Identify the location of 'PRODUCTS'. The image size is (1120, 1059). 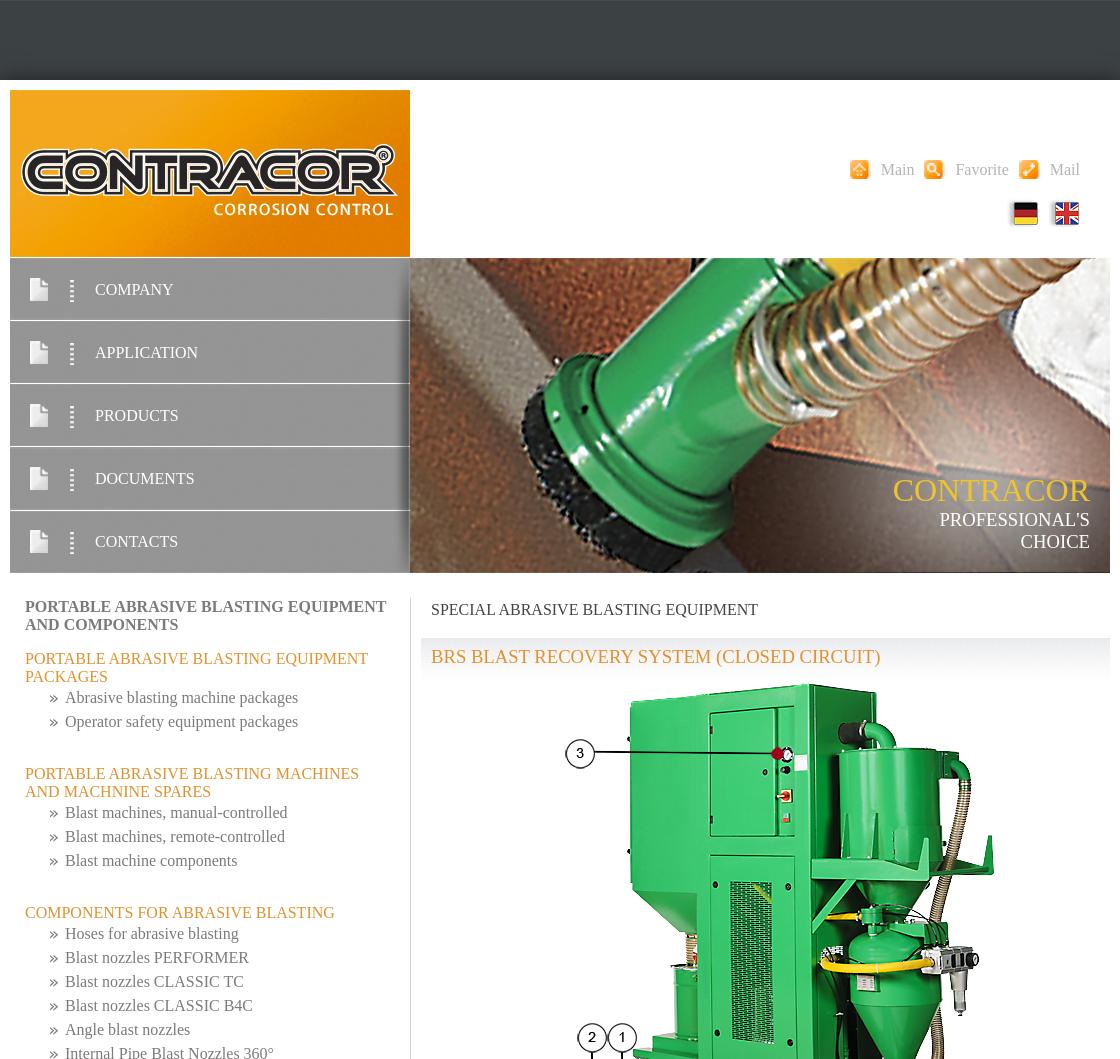
(136, 414).